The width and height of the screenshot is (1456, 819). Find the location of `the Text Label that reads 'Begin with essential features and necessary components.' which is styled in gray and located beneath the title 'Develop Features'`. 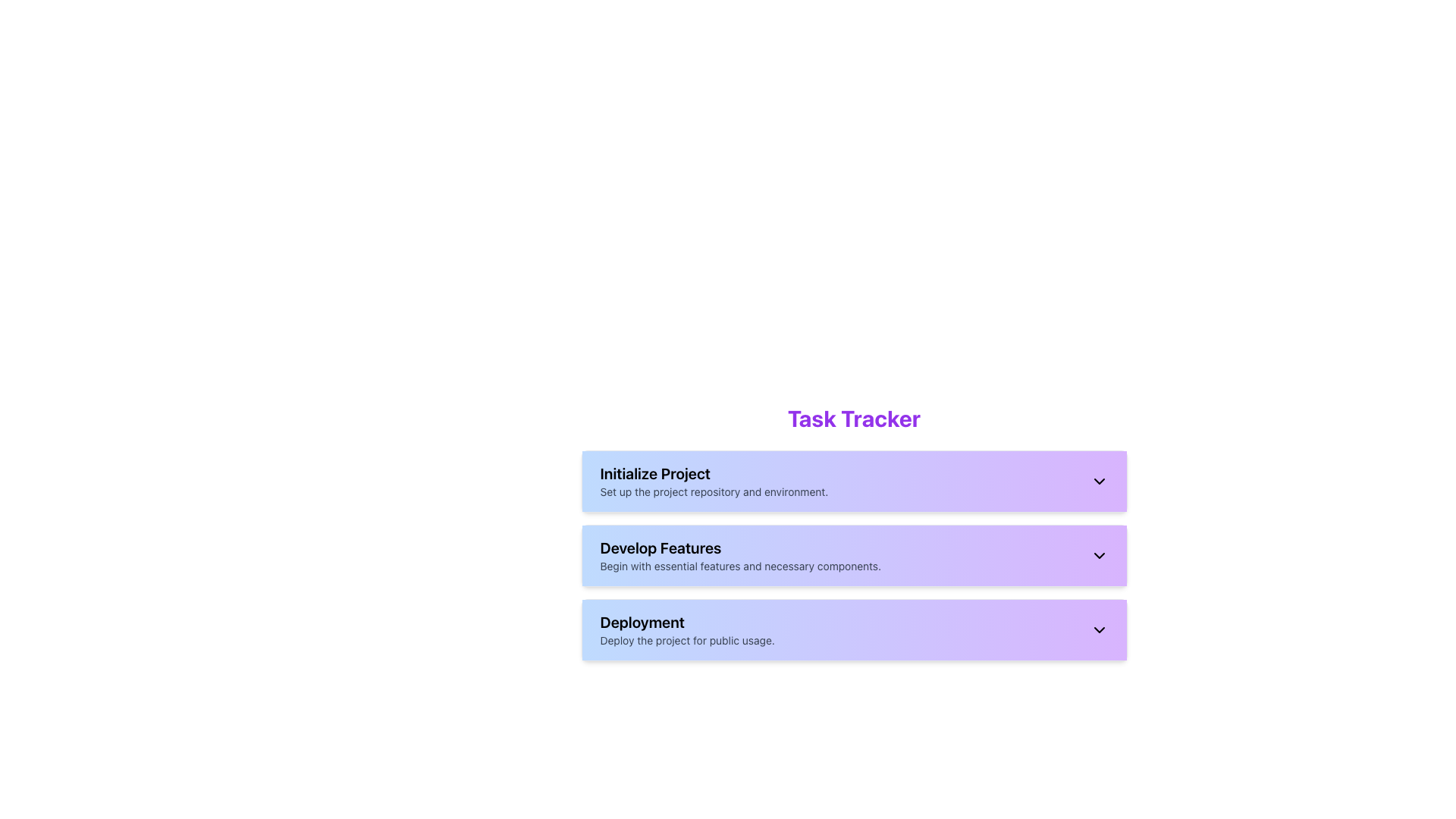

the Text Label that reads 'Begin with essential features and necessary components.' which is styled in gray and located beneath the title 'Develop Features' is located at coordinates (740, 566).